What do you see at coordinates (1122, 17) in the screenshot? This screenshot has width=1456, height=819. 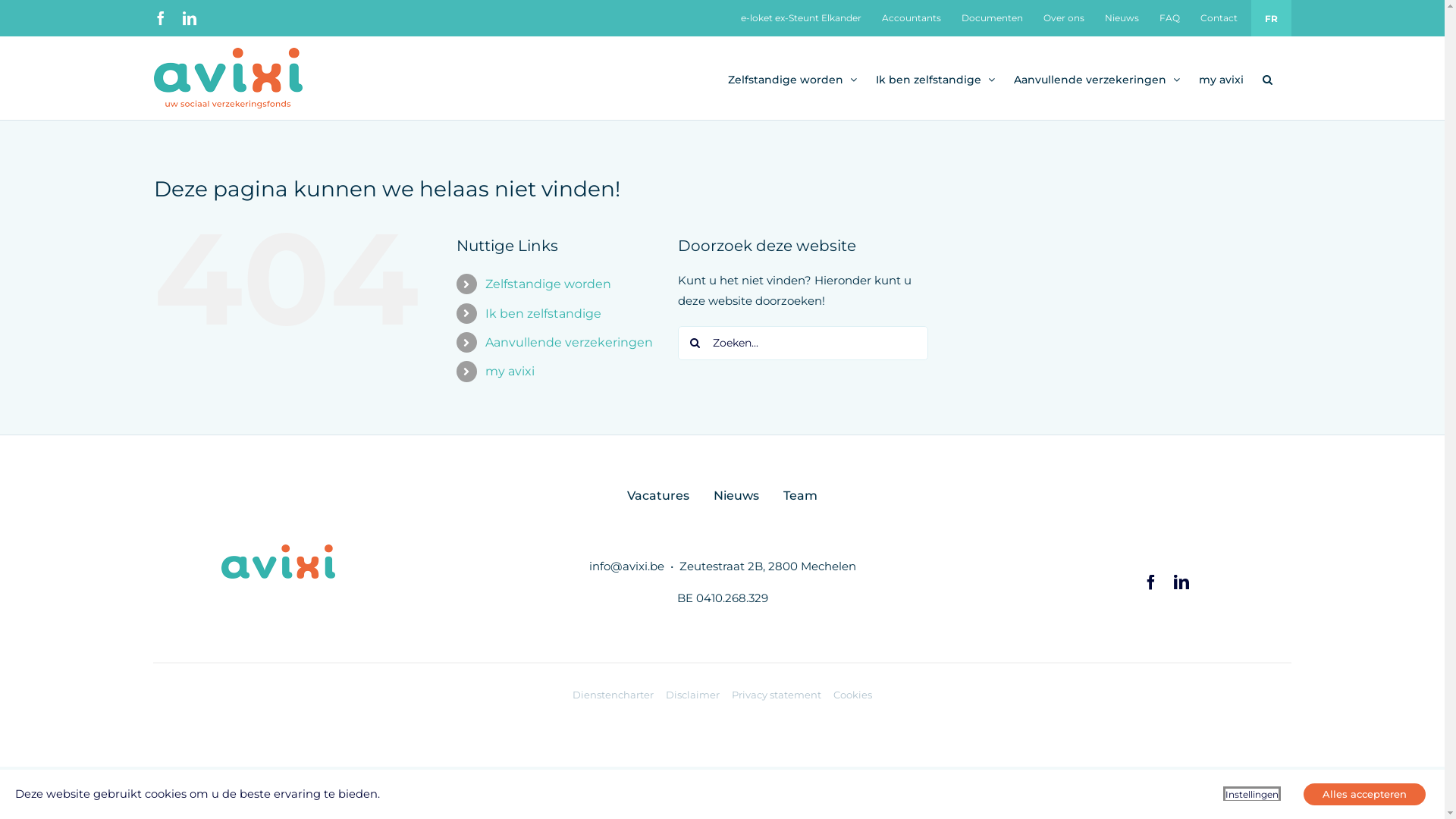 I see `'Nieuws'` at bounding box center [1122, 17].